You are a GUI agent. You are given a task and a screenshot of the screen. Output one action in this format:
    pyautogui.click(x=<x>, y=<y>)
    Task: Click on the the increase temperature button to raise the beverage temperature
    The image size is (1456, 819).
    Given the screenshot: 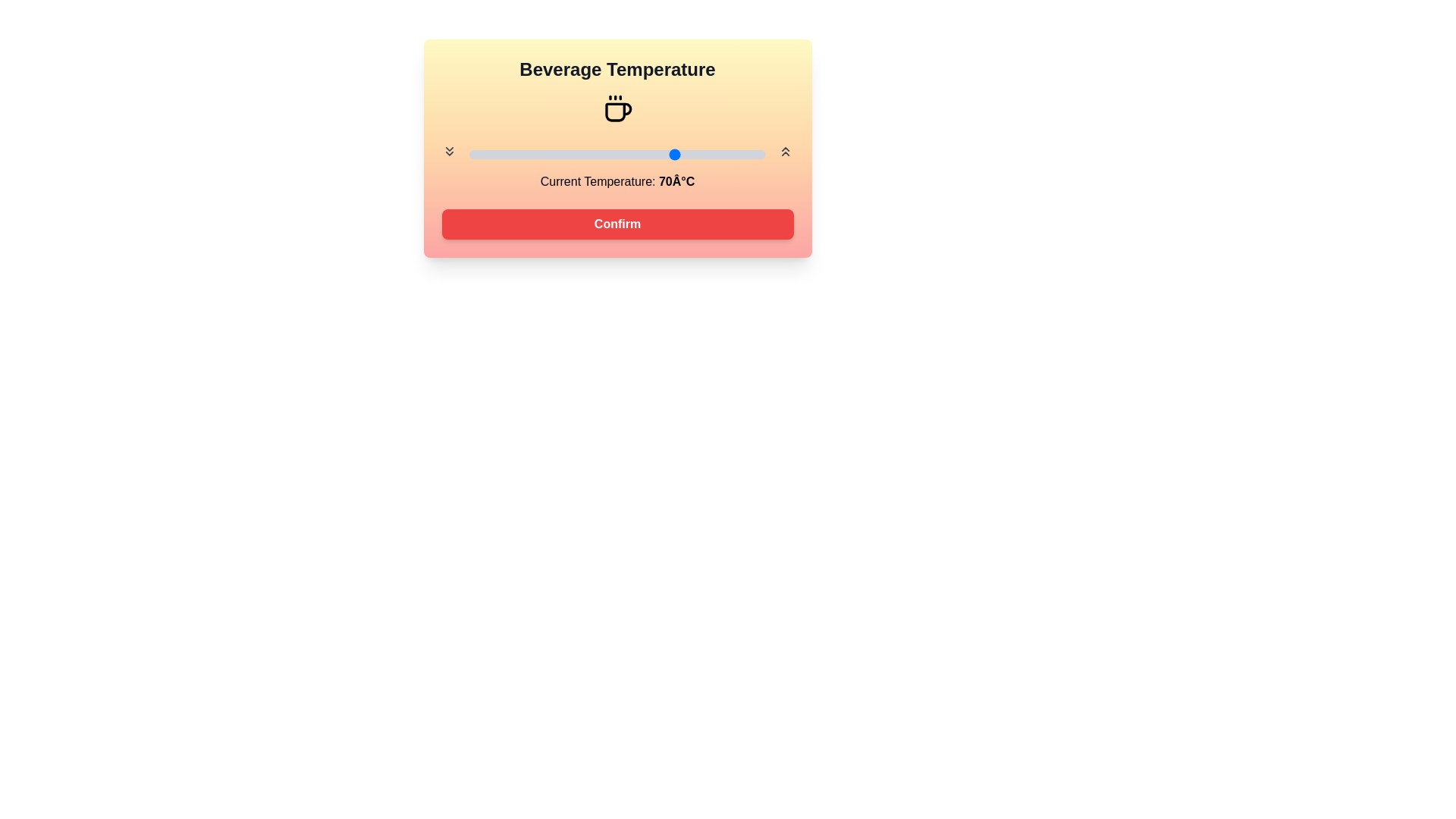 What is the action you would take?
    pyautogui.click(x=786, y=152)
    